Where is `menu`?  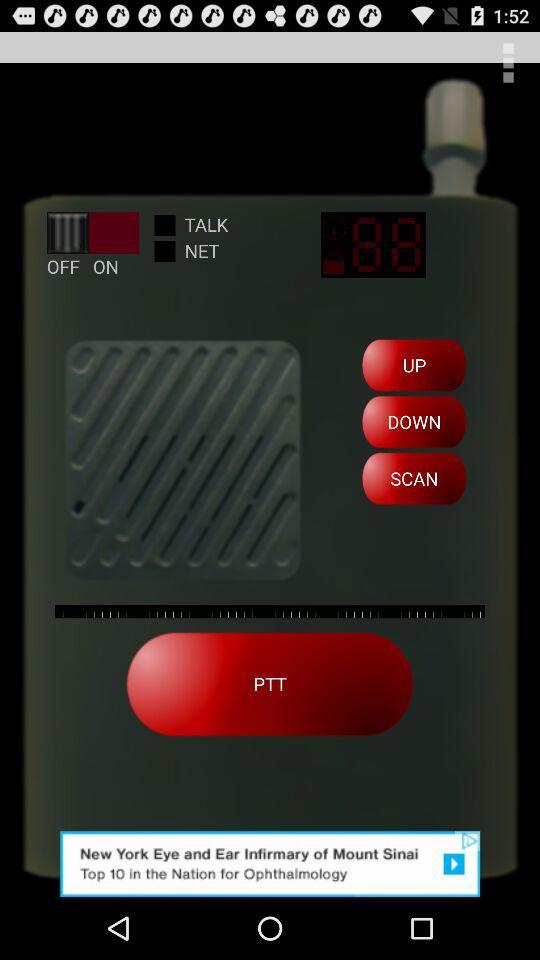 menu is located at coordinates (508, 62).